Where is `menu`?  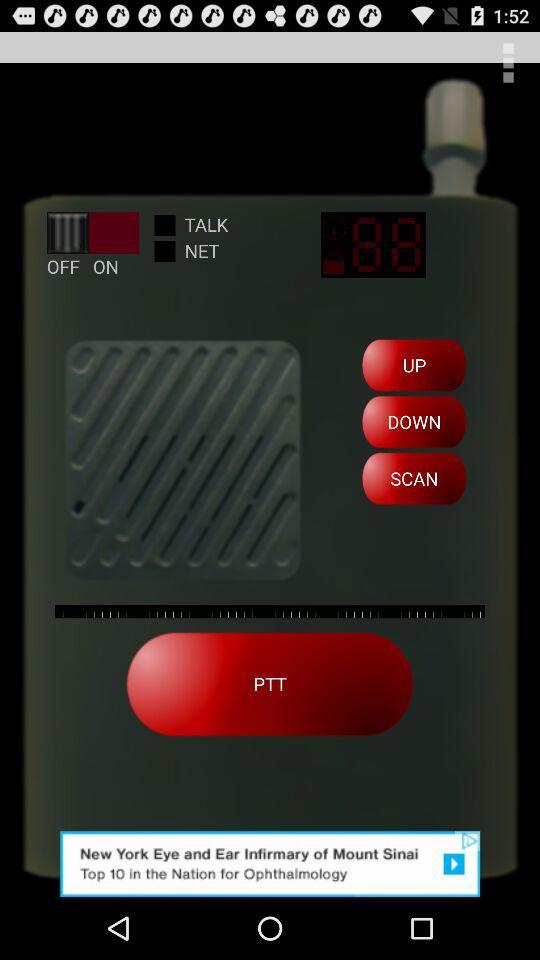 menu is located at coordinates (508, 62).